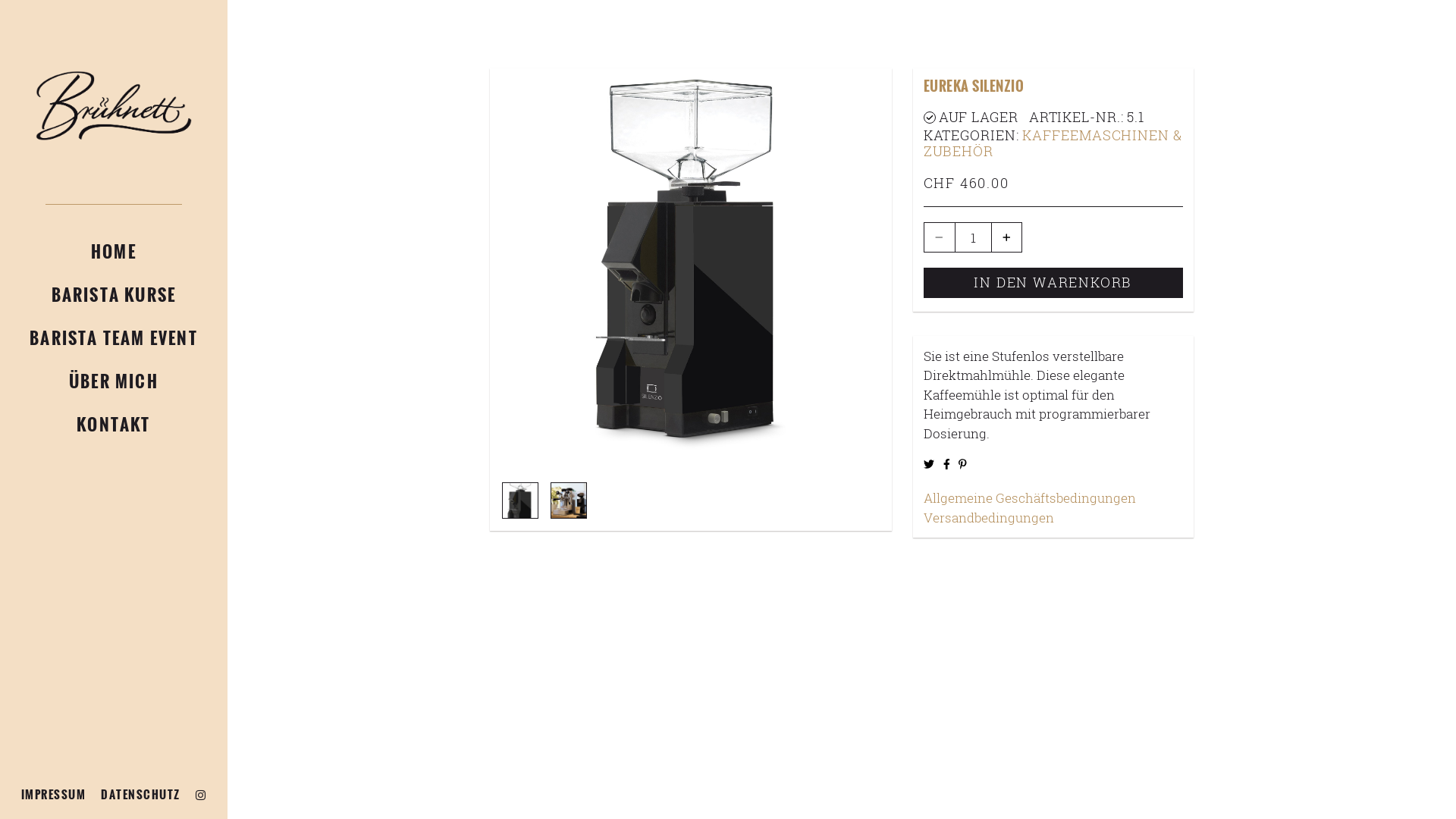 Image resolution: width=1456 pixels, height=819 pixels. Describe the element at coordinates (928, 116) in the screenshot. I see `'Auf Lager'` at that location.